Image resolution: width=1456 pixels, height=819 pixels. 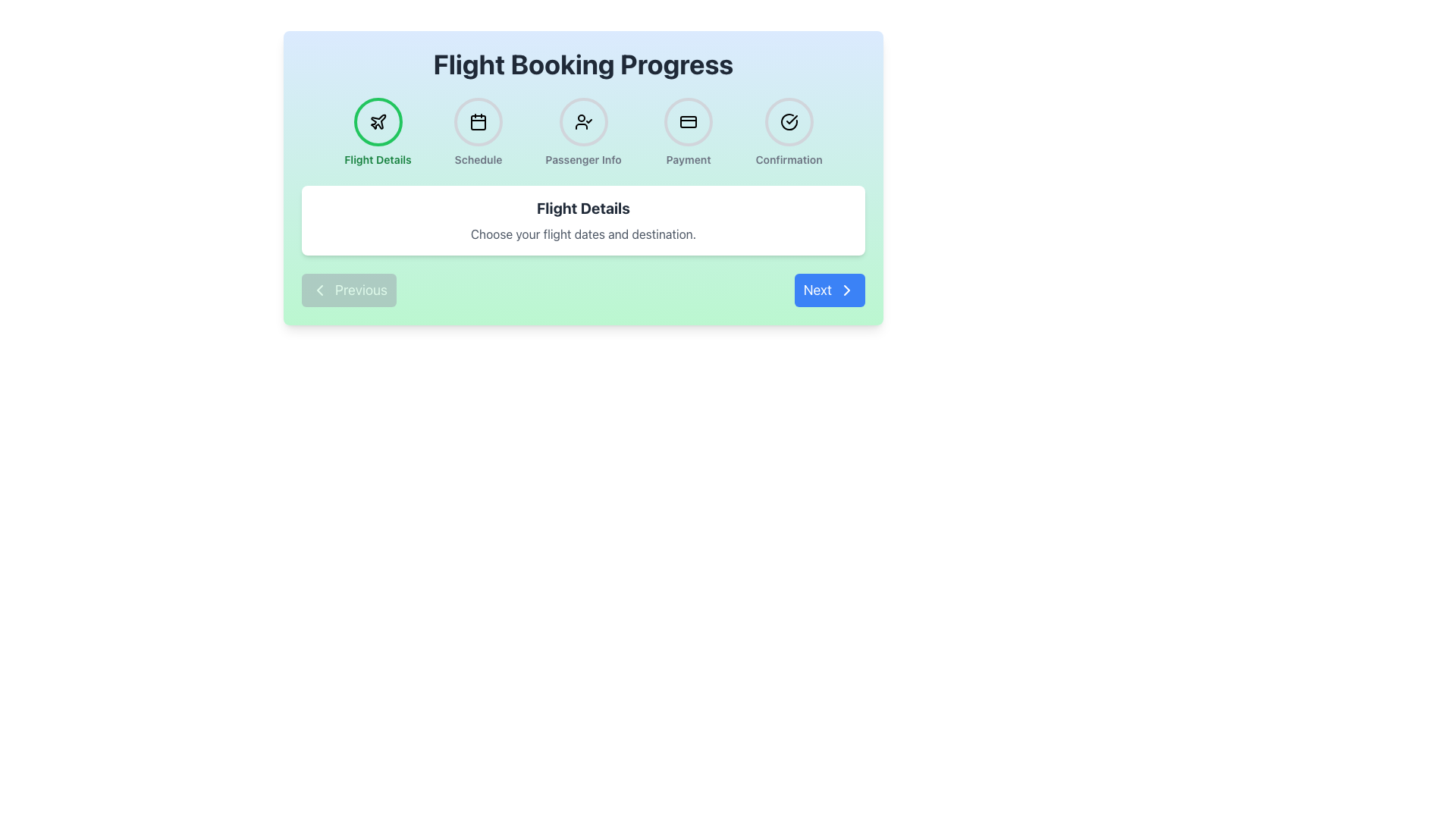 I want to click on the 'Previous' button, which is a rectangular button with rounded corners, gray background, and white text, located in the bottom-left section of the card adjacent to 'Flight Details', so click(x=348, y=290).